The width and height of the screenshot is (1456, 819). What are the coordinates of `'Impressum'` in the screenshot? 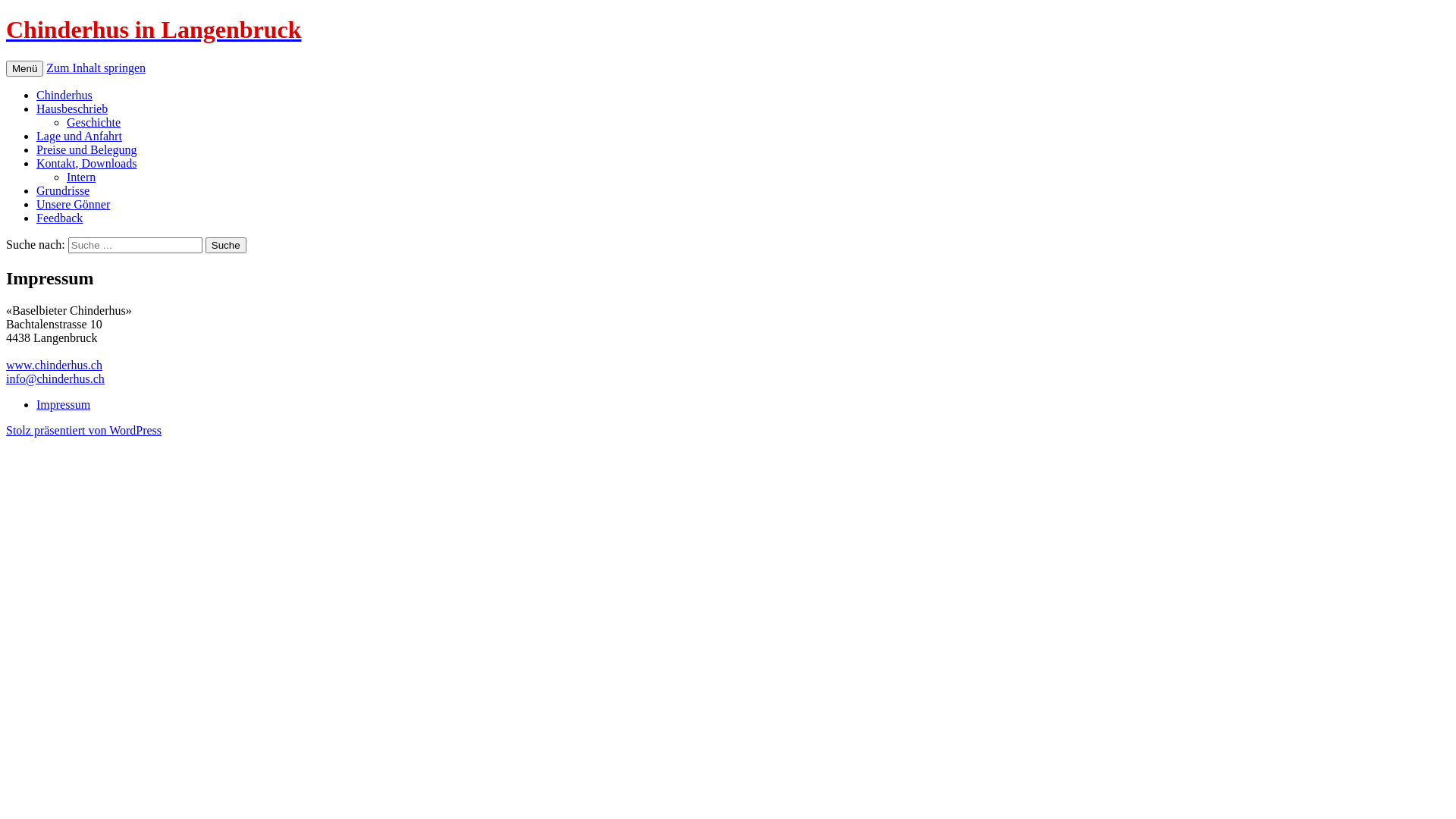 It's located at (62, 403).